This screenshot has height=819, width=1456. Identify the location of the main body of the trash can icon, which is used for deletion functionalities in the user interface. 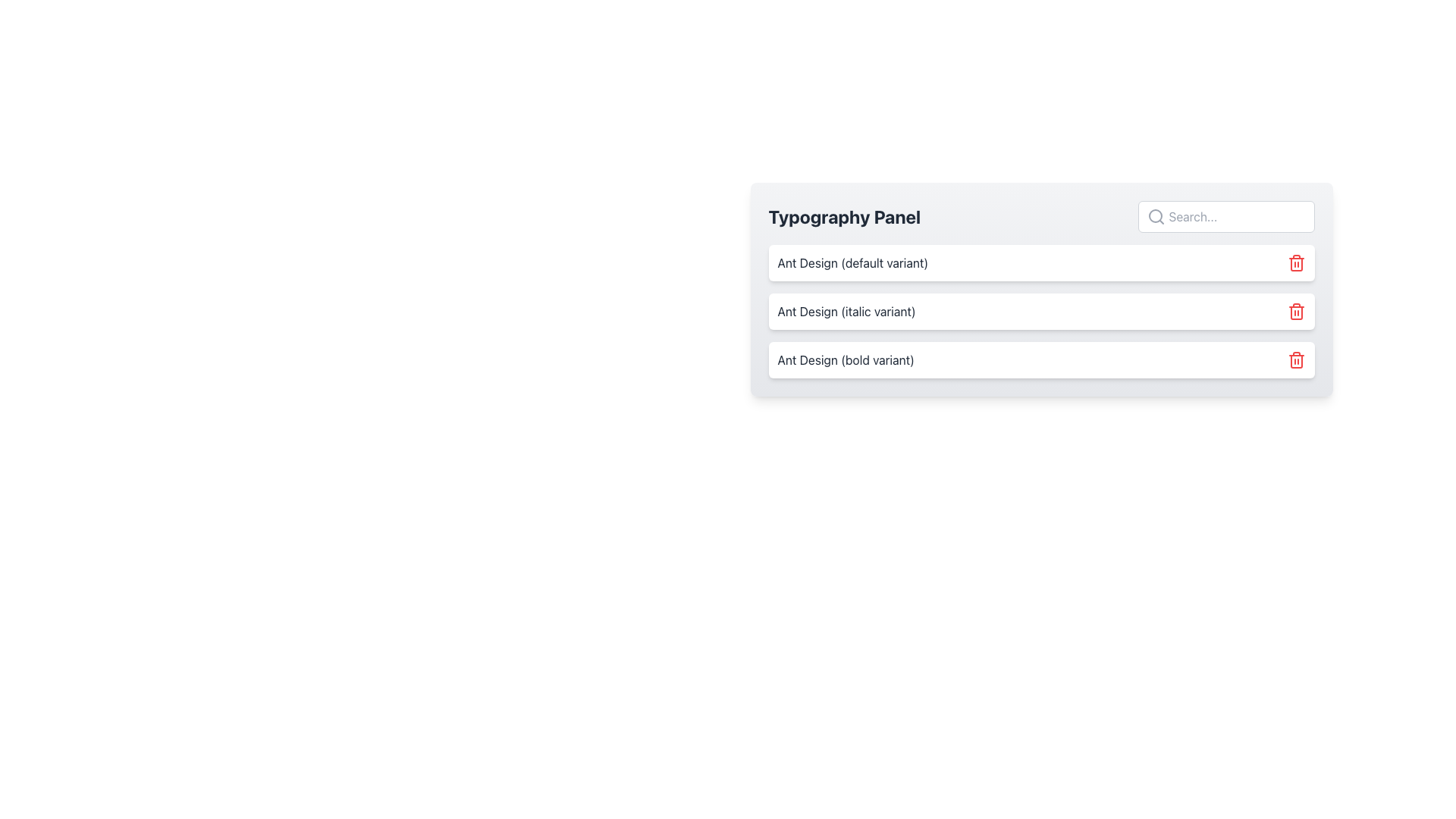
(1295, 312).